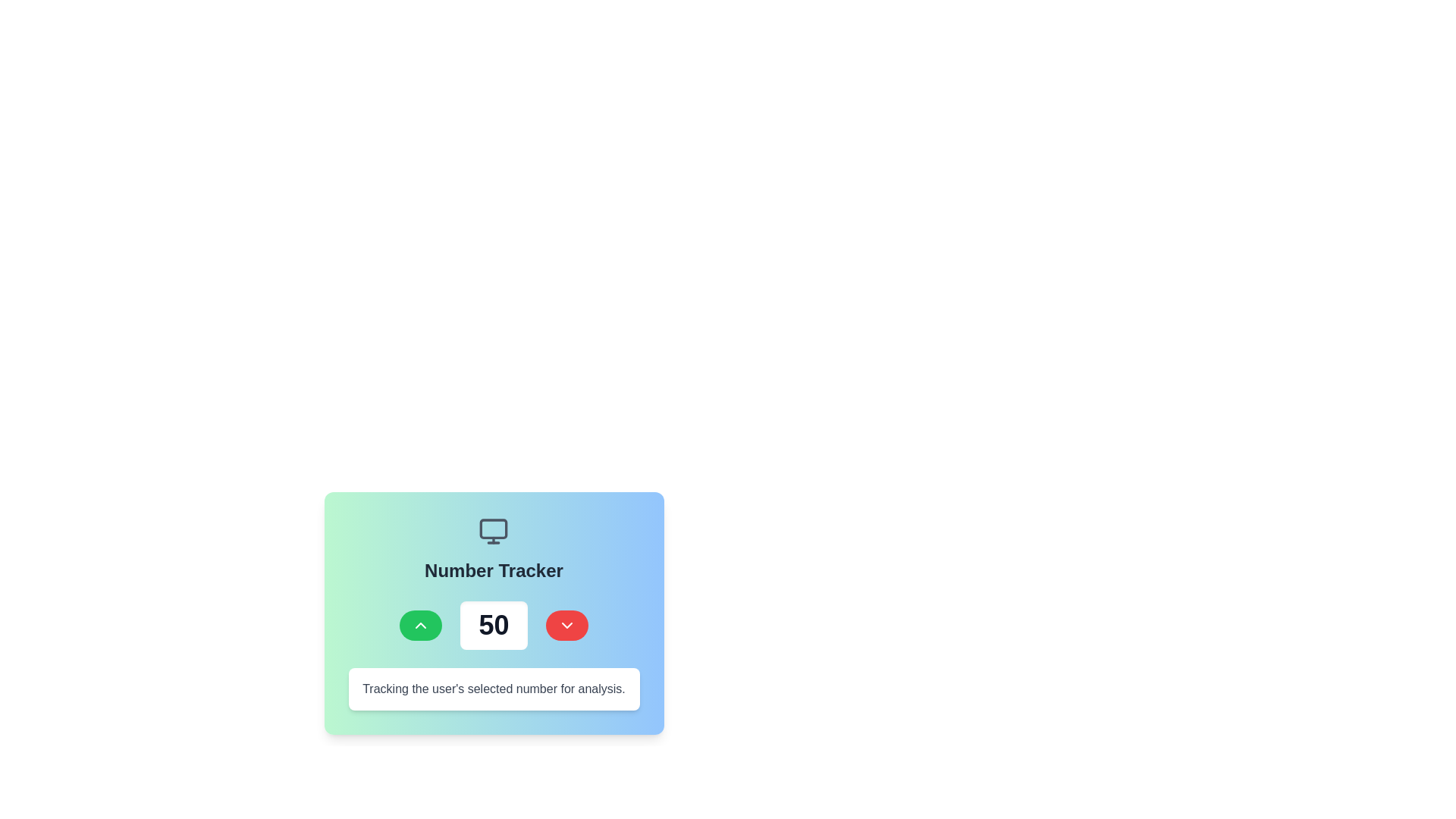 The height and width of the screenshot is (819, 1456). Describe the element at coordinates (566, 626) in the screenshot. I see `the decrement button located to the right of the number display '50'` at that location.